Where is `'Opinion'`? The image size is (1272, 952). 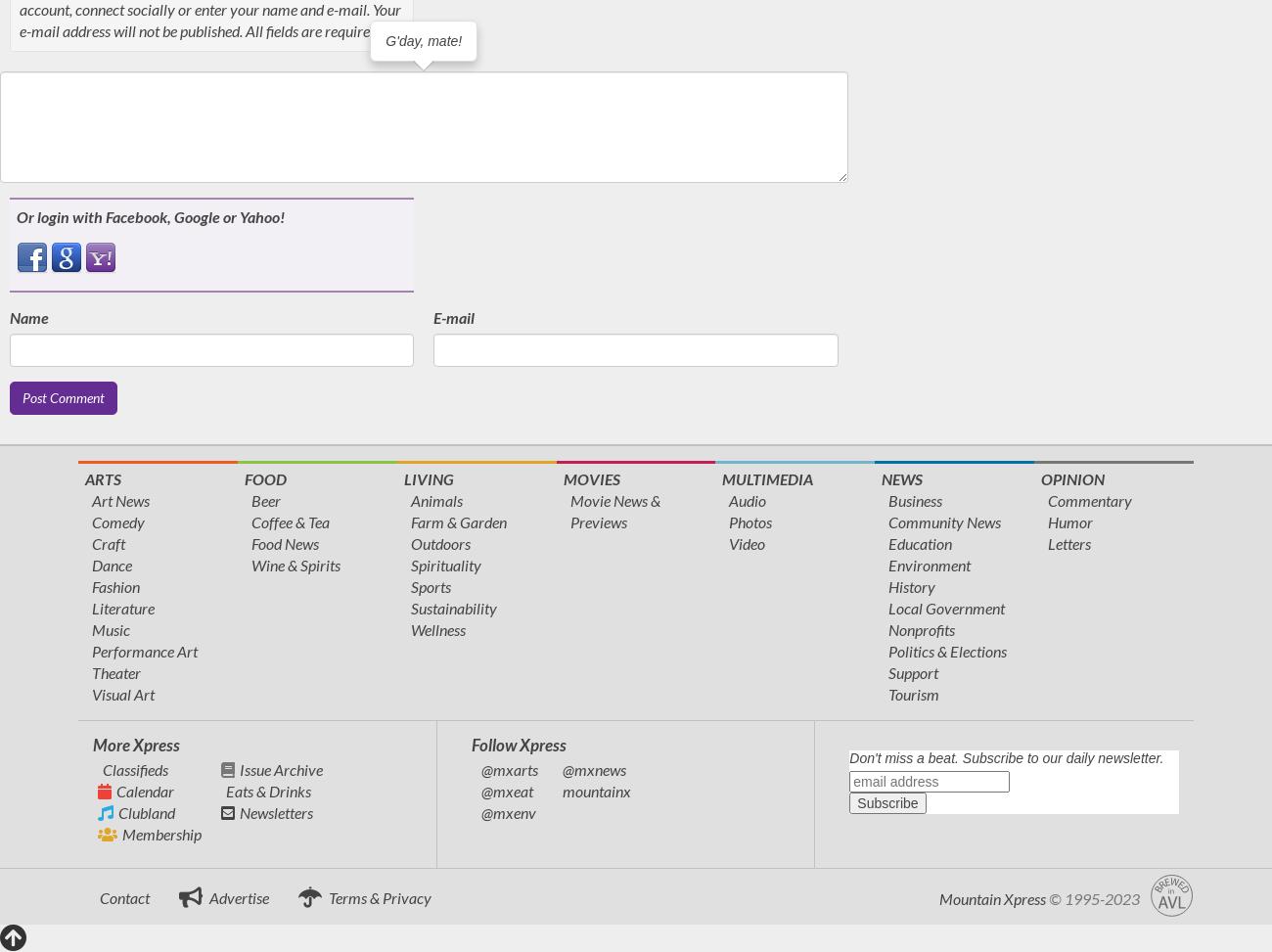
'Opinion' is located at coordinates (1071, 476).